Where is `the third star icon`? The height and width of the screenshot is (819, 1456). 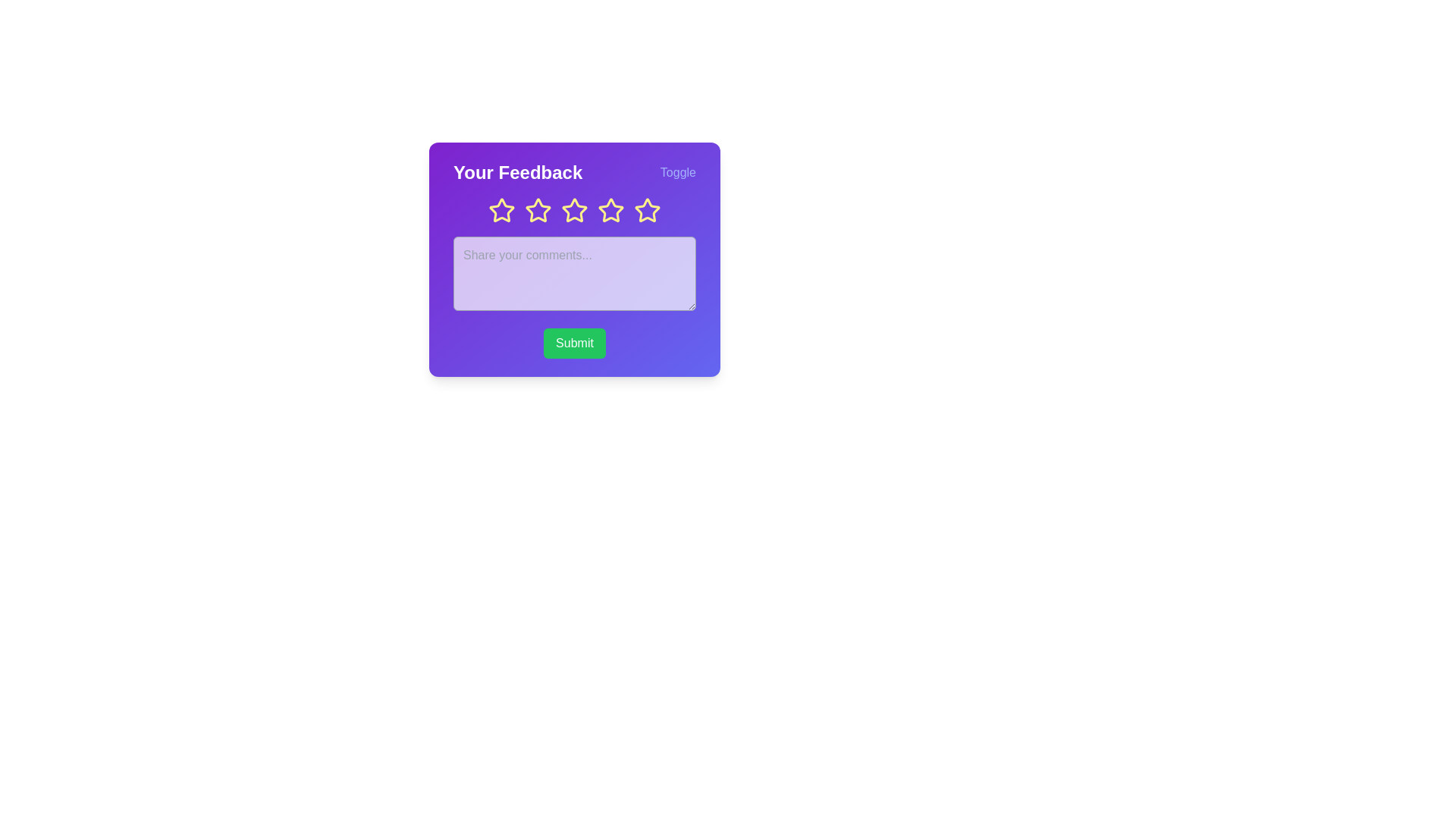 the third star icon is located at coordinates (574, 210).